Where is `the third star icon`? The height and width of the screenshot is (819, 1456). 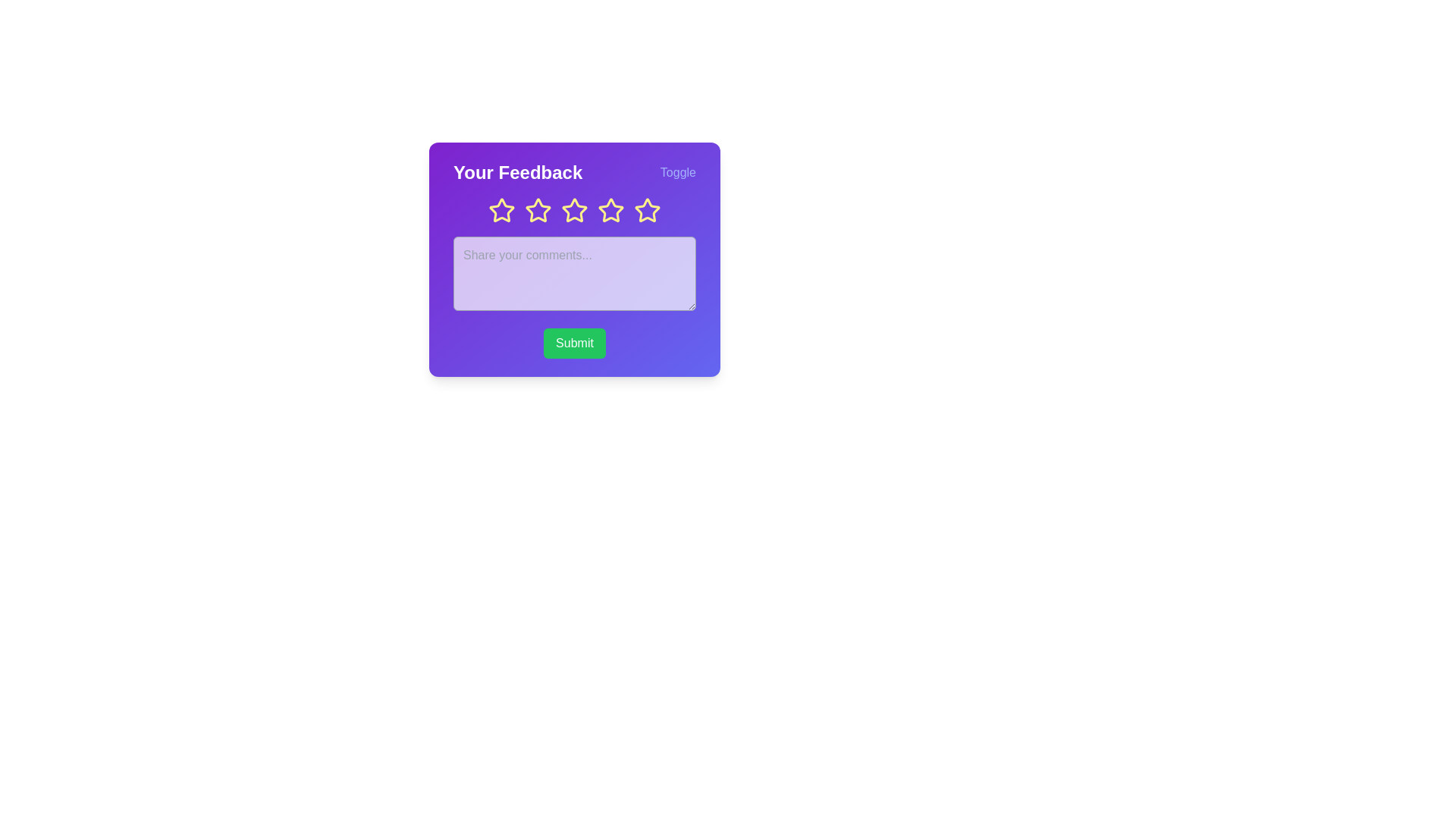 the third star icon is located at coordinates (574, 210).